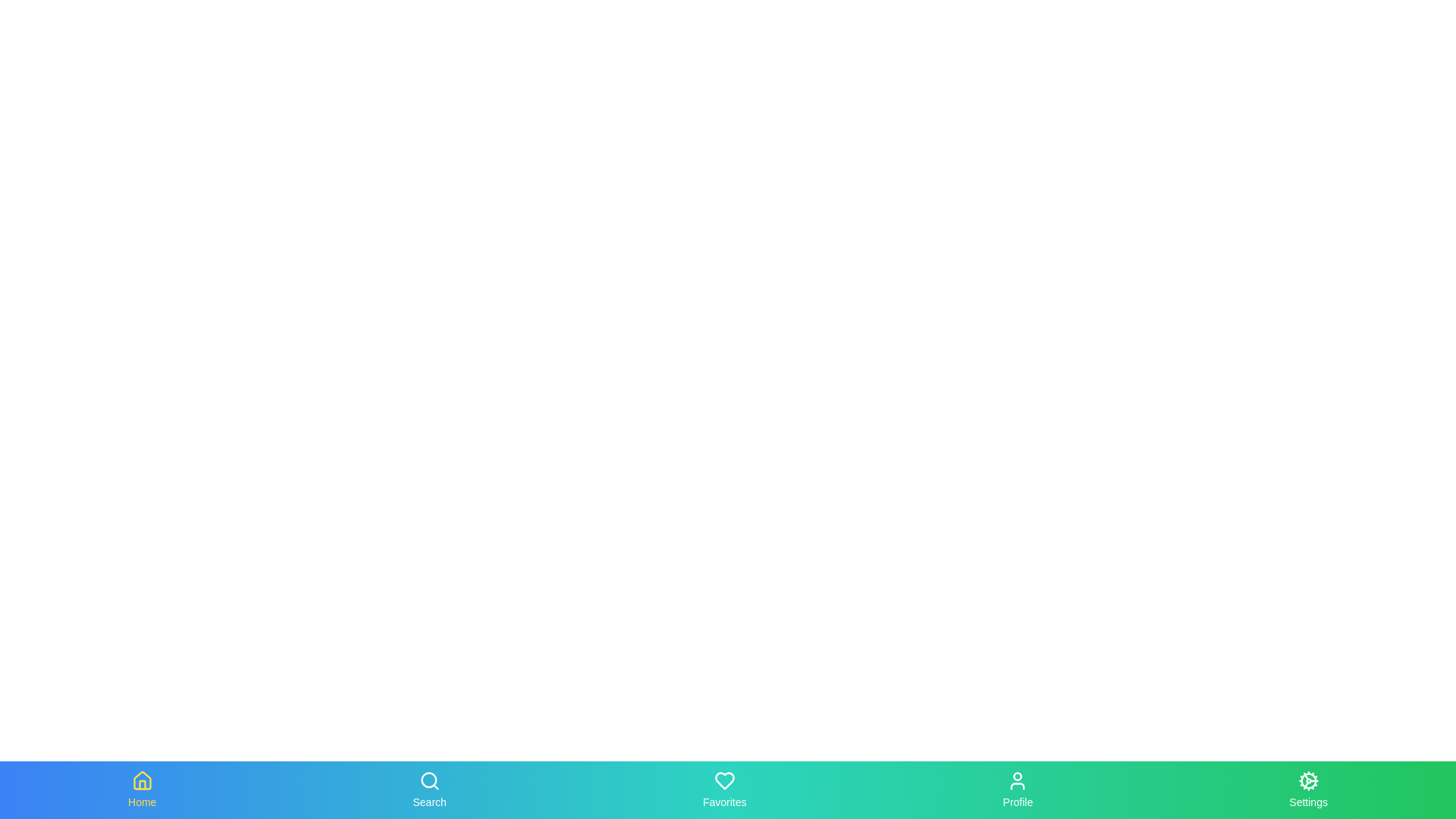 This screenshot has width=1456, height=819. I want to click on the tab labeled Settings to observe the scaling animation, so click(1307, 789).